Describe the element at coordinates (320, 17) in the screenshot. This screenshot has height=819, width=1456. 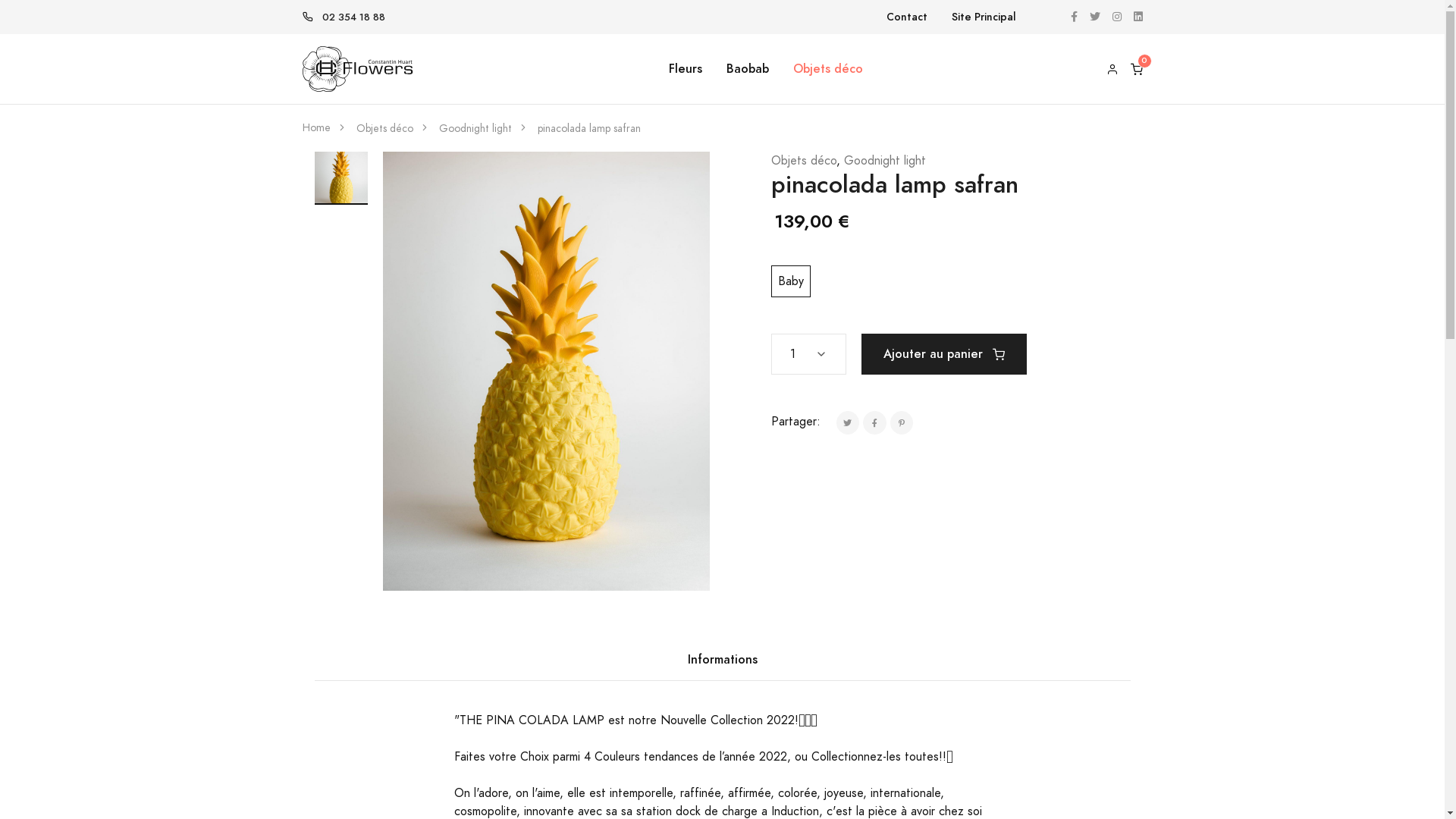
I see `'02 354 18 88'` at that location.